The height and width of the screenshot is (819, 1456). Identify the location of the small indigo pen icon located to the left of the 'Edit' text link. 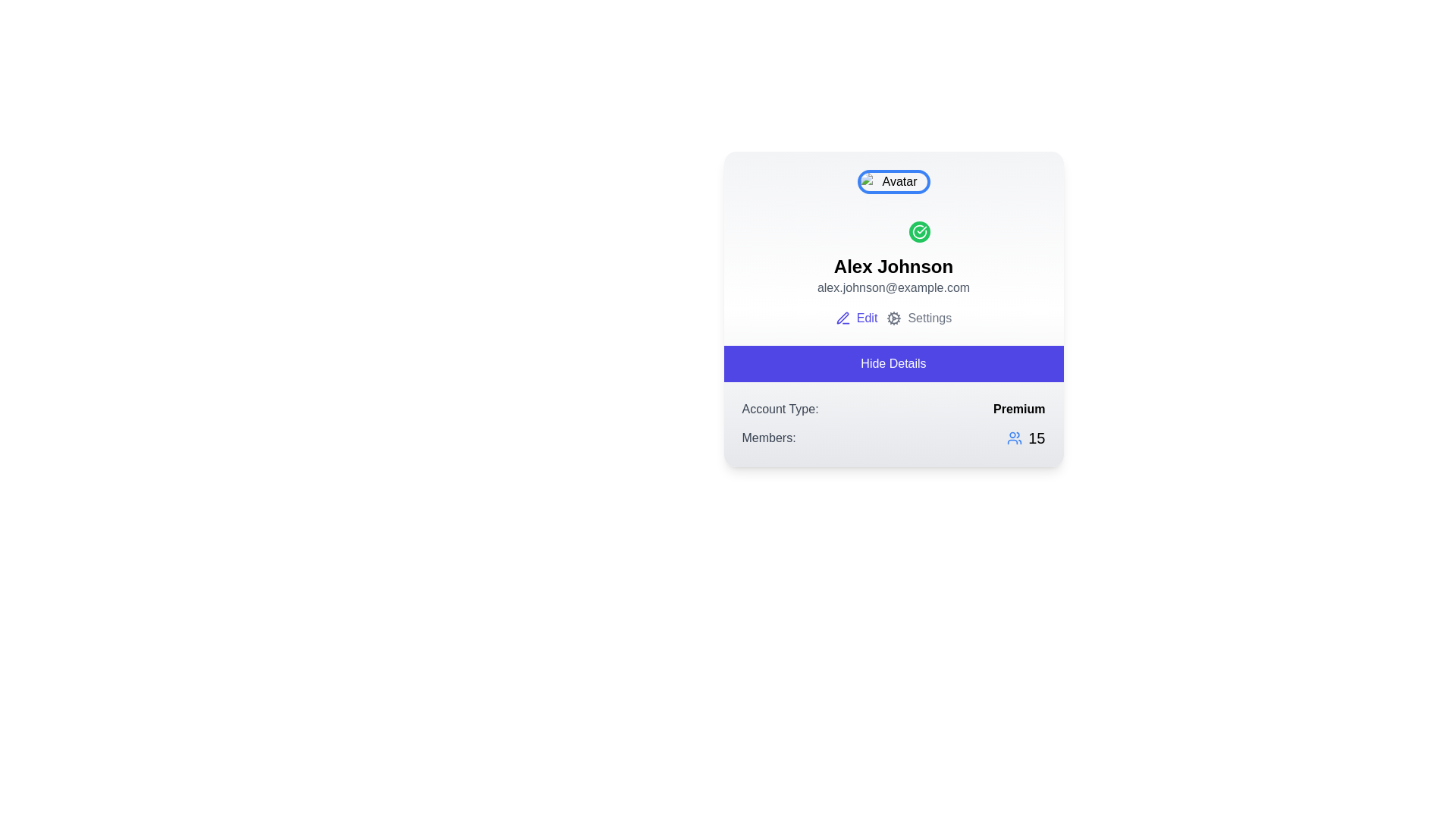
(842, 318).